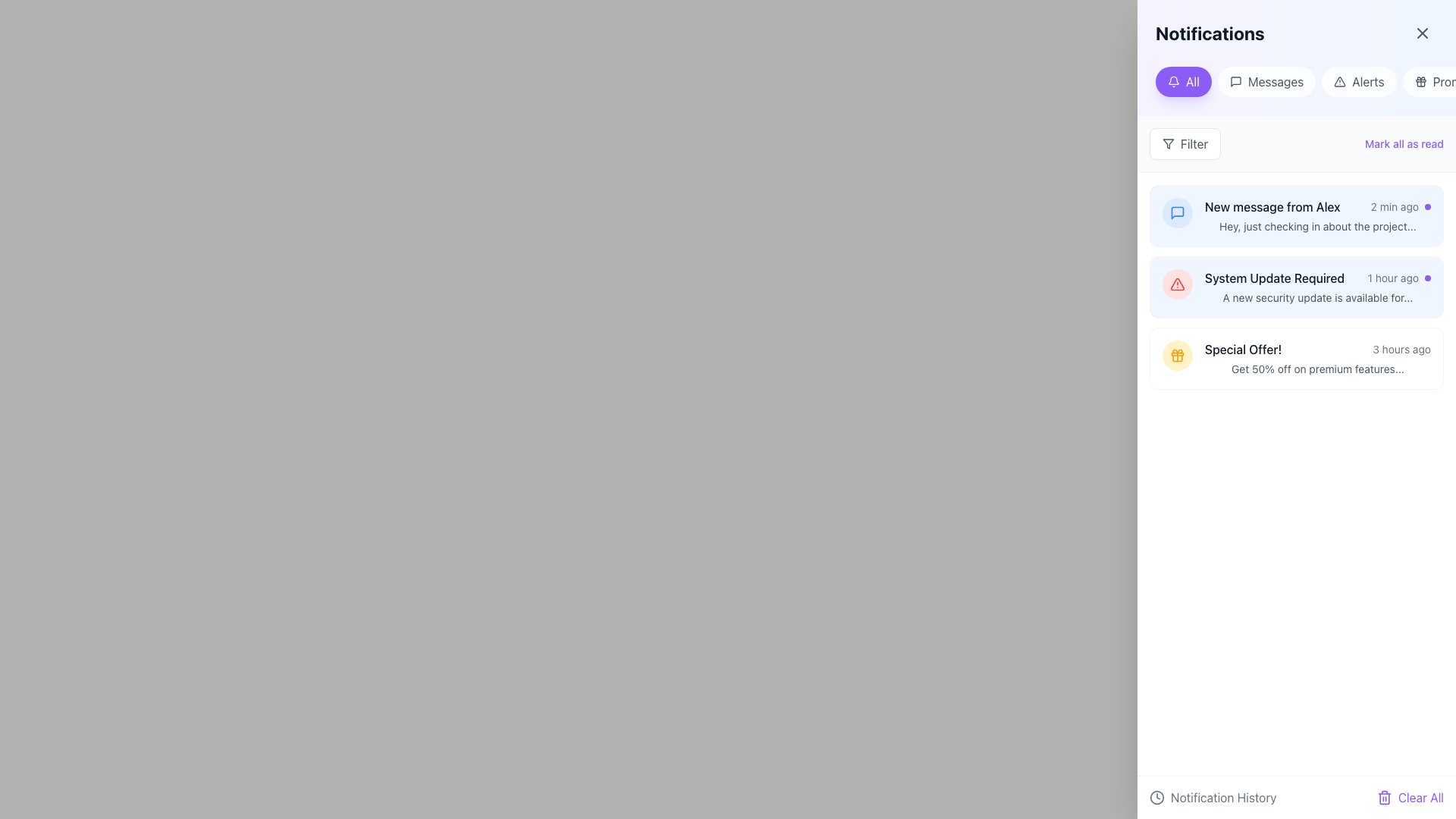  I want to click on the label displaying '2 min ago' which is part of the notification titled 'New message from Alex' in the notification panel, so click(1395, 207).